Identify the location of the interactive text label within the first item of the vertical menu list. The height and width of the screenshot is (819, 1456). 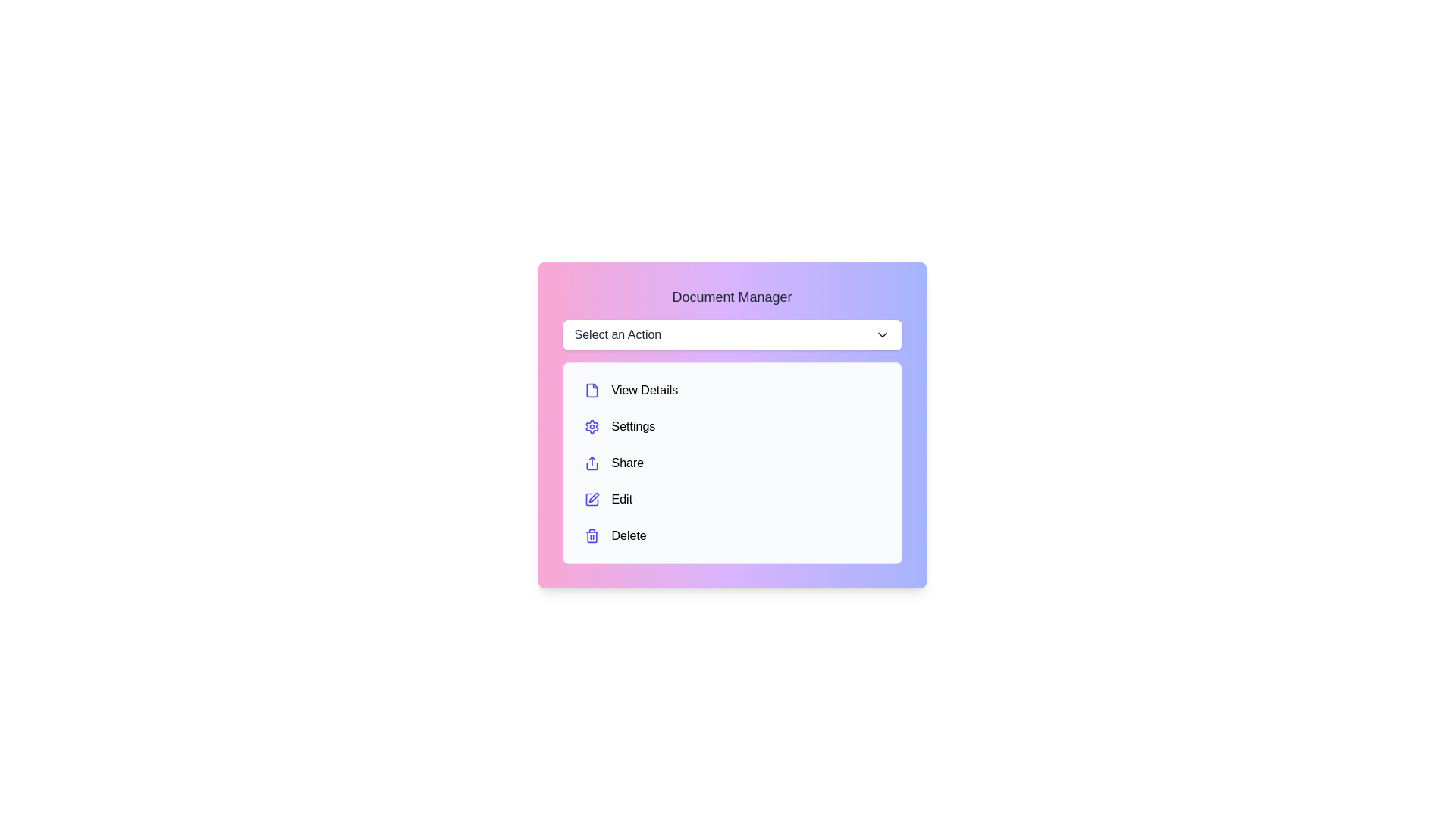
(645, 390).